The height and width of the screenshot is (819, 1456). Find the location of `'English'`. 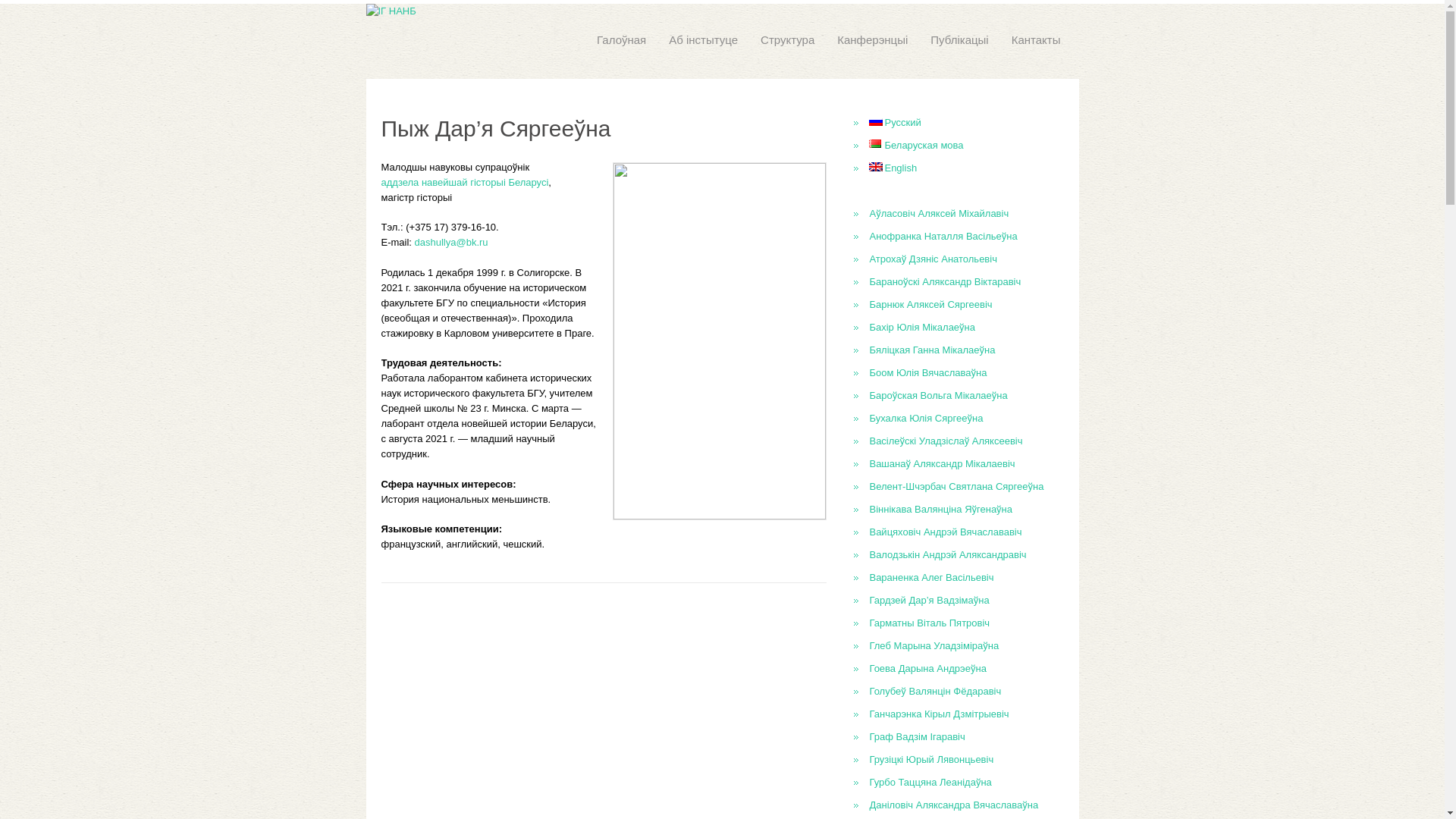

'English' is located at coordinates (893, 168).